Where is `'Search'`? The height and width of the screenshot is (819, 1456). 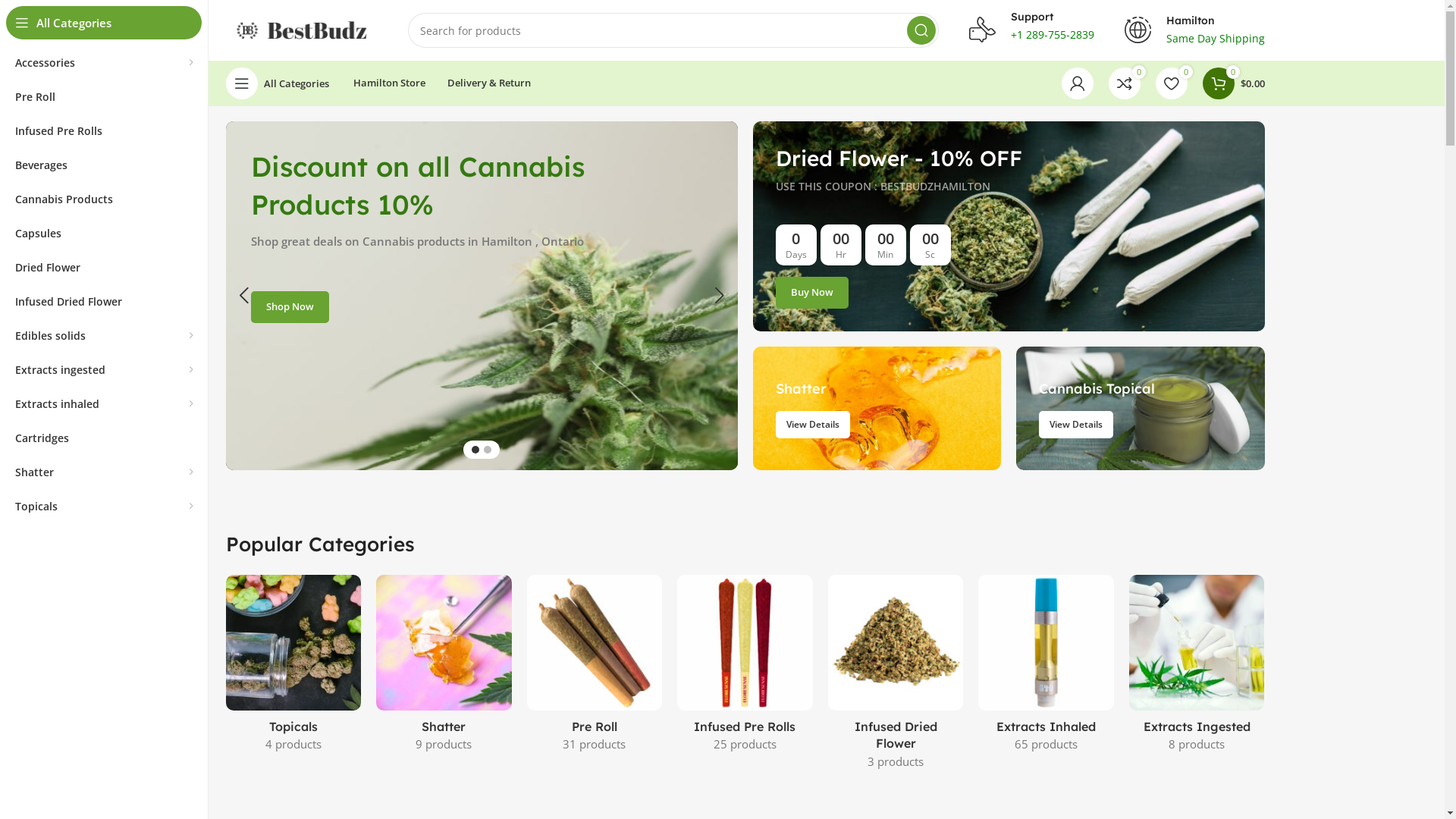 'Search' is located at coordinates (920, 30).